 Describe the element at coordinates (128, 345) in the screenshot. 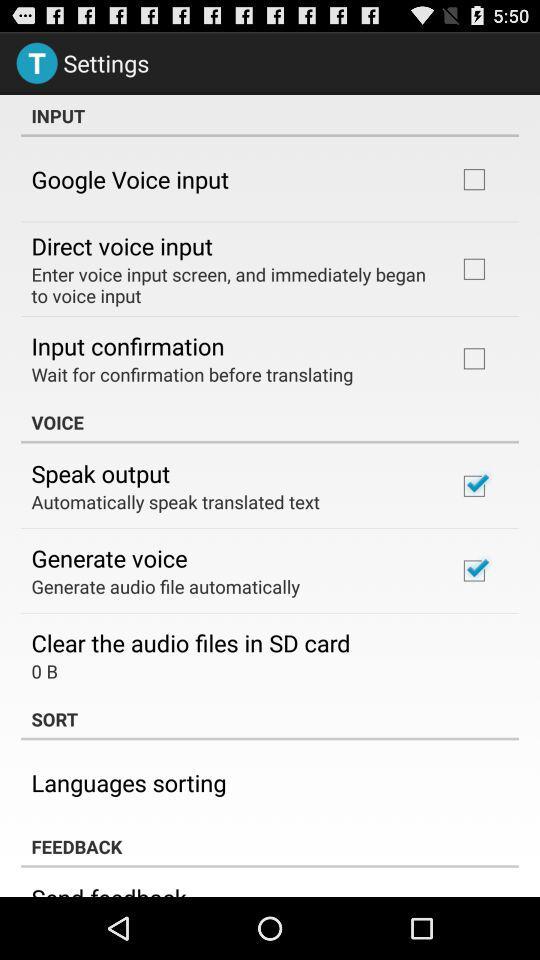

I see `input confirmation item` at that location.